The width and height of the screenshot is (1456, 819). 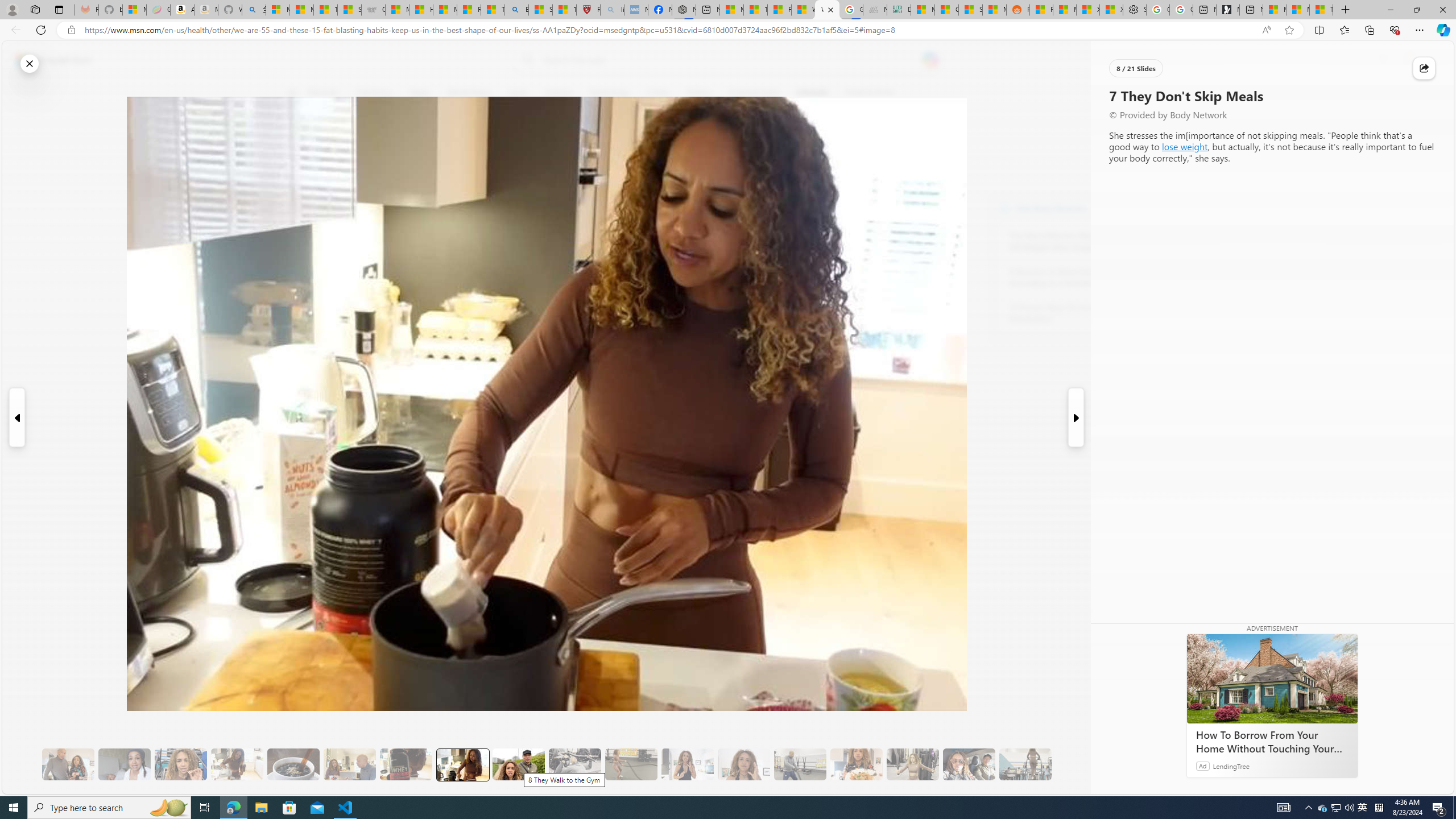 What do you see at coordinates (237, 764) in the screenshot?
I see `'3 They Drink Lemon Tea'` at bounding box center [237, 764].